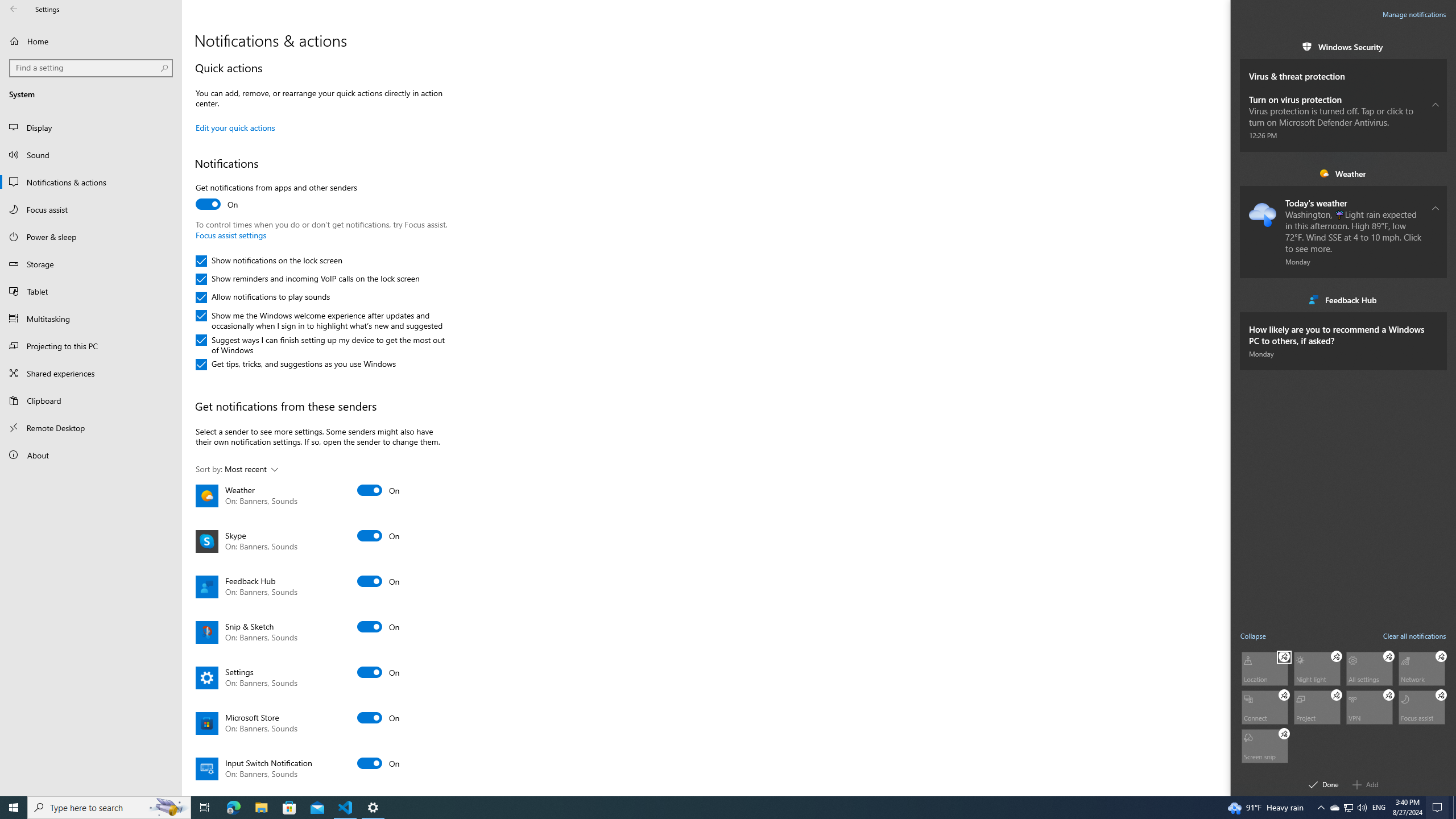 The image size is (1456, 819). Describe the element at coordinates (1254, 635) in the screenshot. I see `'Collapse quick actions'` at that location.